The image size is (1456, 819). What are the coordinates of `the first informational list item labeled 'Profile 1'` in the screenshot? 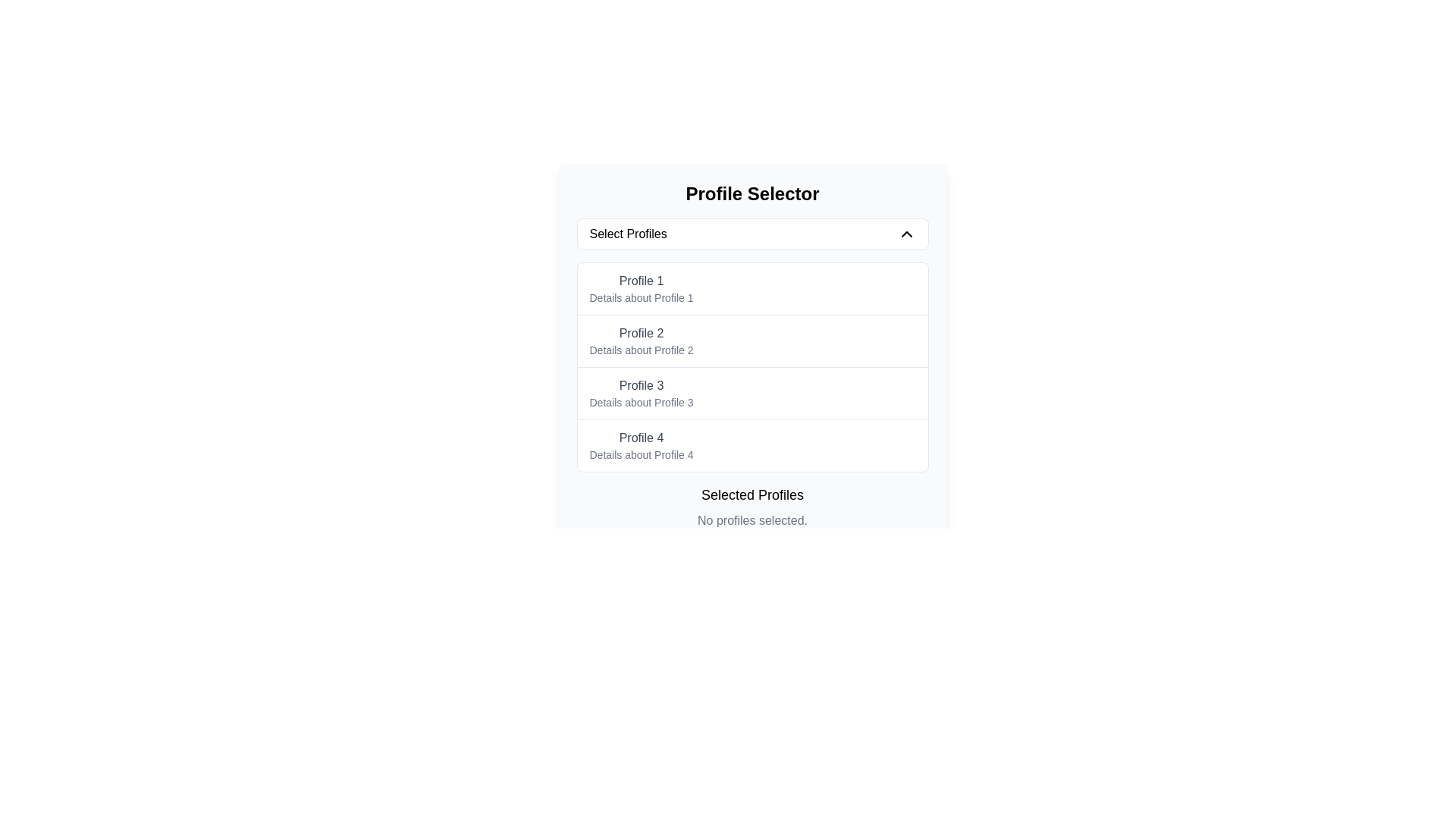 It's located at (641, 289).